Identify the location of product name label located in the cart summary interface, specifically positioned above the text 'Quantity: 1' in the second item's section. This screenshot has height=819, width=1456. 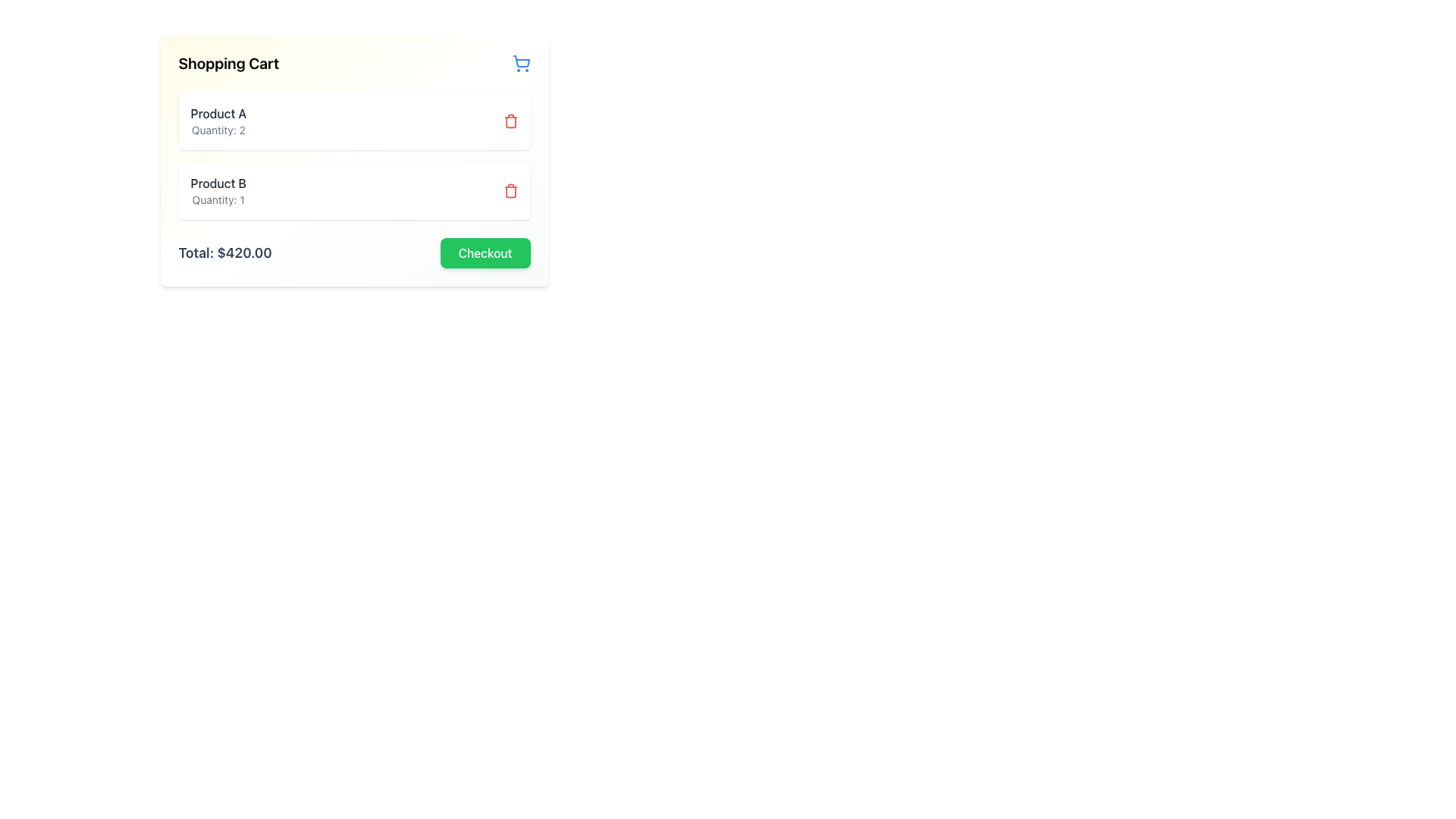
(218, 183).